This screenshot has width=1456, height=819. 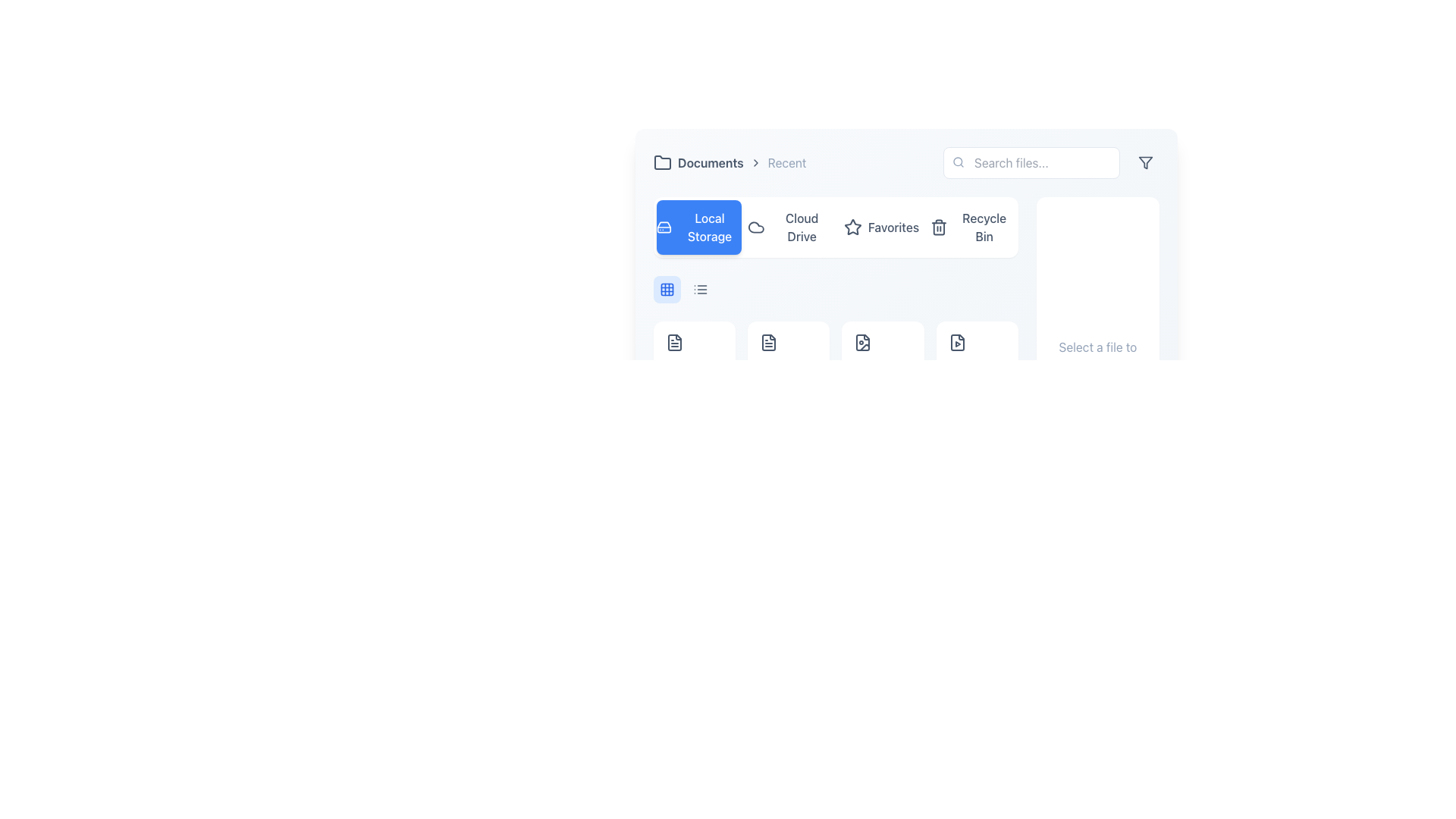 What do you see at coordinates (683, 289) in the screenshot?
I see `the button in the control group that allows switching views within the toolbar, located centrally and second from the left` at bounding box center [683, 289].